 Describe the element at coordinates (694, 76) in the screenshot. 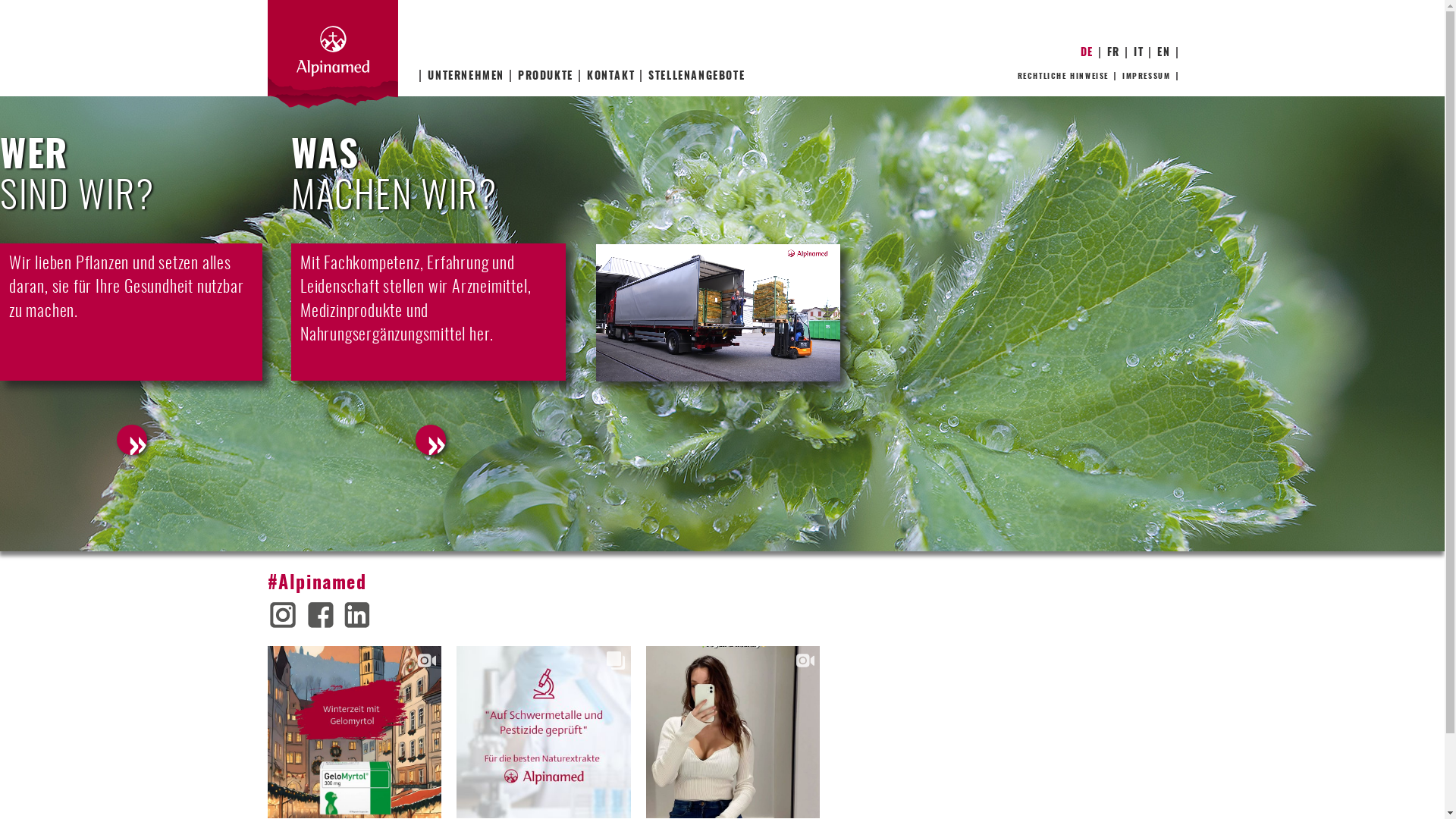

I see `'STELLENANGEBOTE'` at that location.